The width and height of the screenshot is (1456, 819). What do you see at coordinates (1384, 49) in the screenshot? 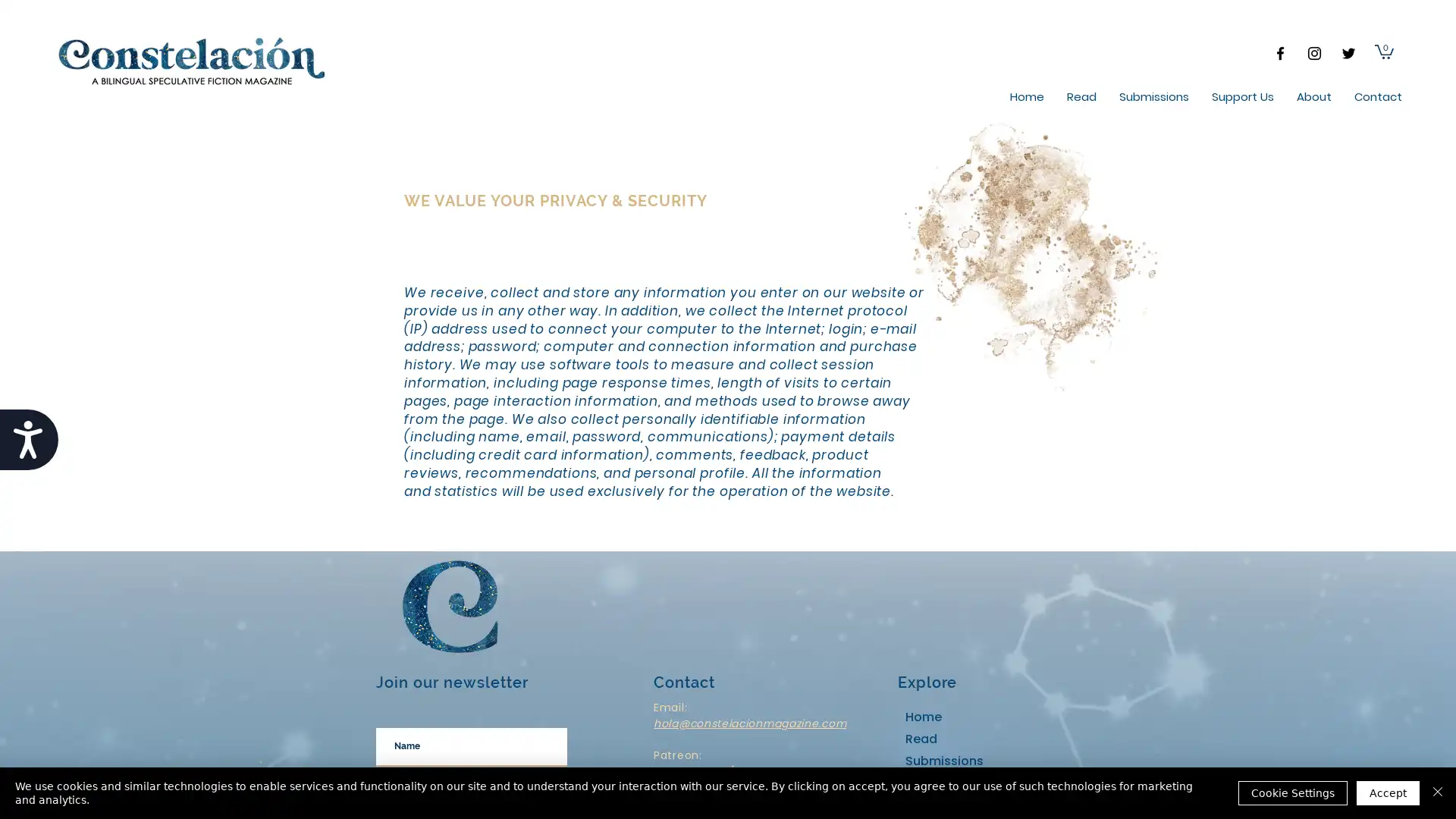
I see `Cart with 0 items` at bounding box center [1384, 49].